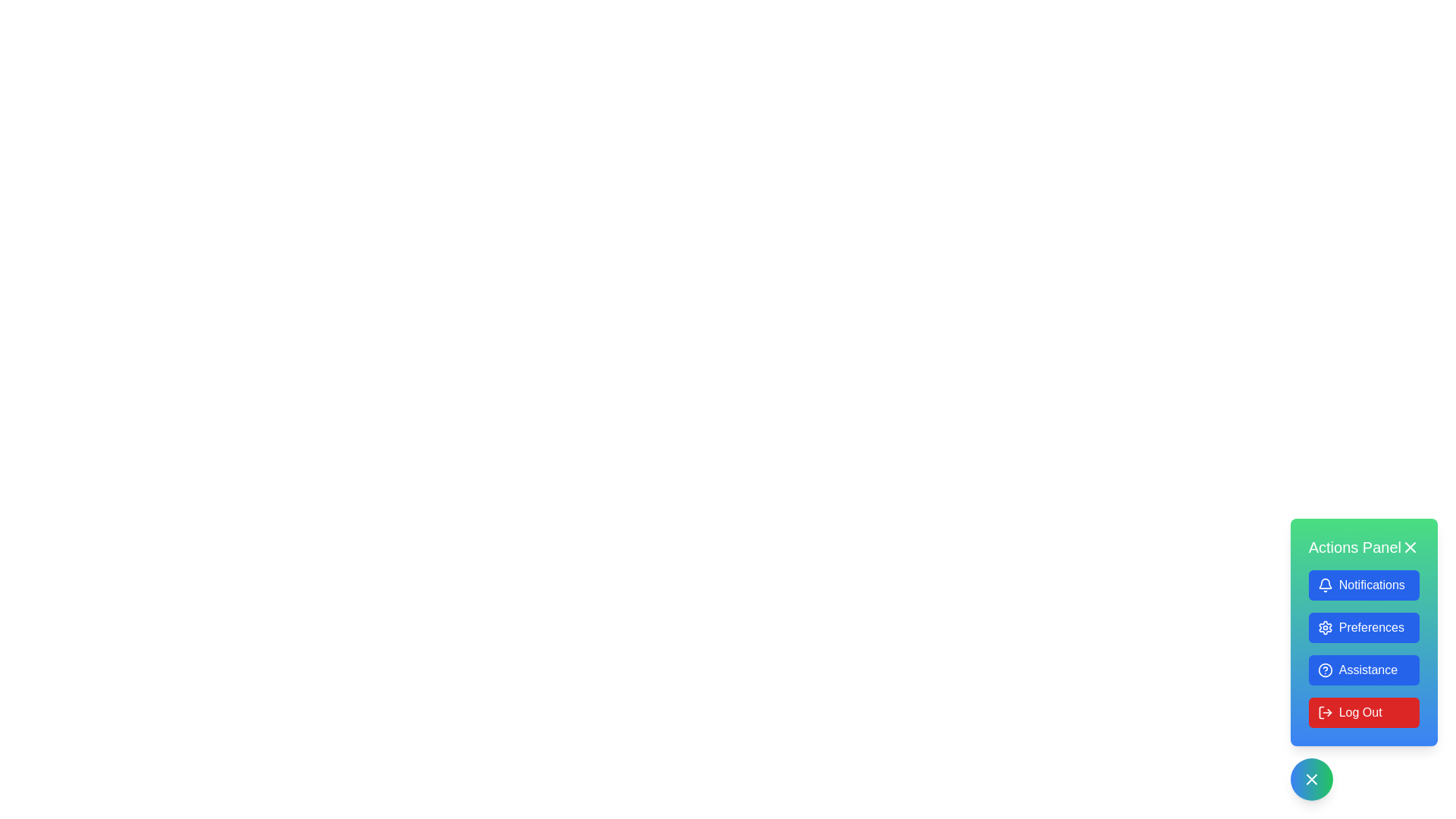  What do you see at coordinates (1324, 628) in the screenshot?
I see `on the gear icon representing the 'Preferences' functionality, located` at bounding box center [1324, 628].